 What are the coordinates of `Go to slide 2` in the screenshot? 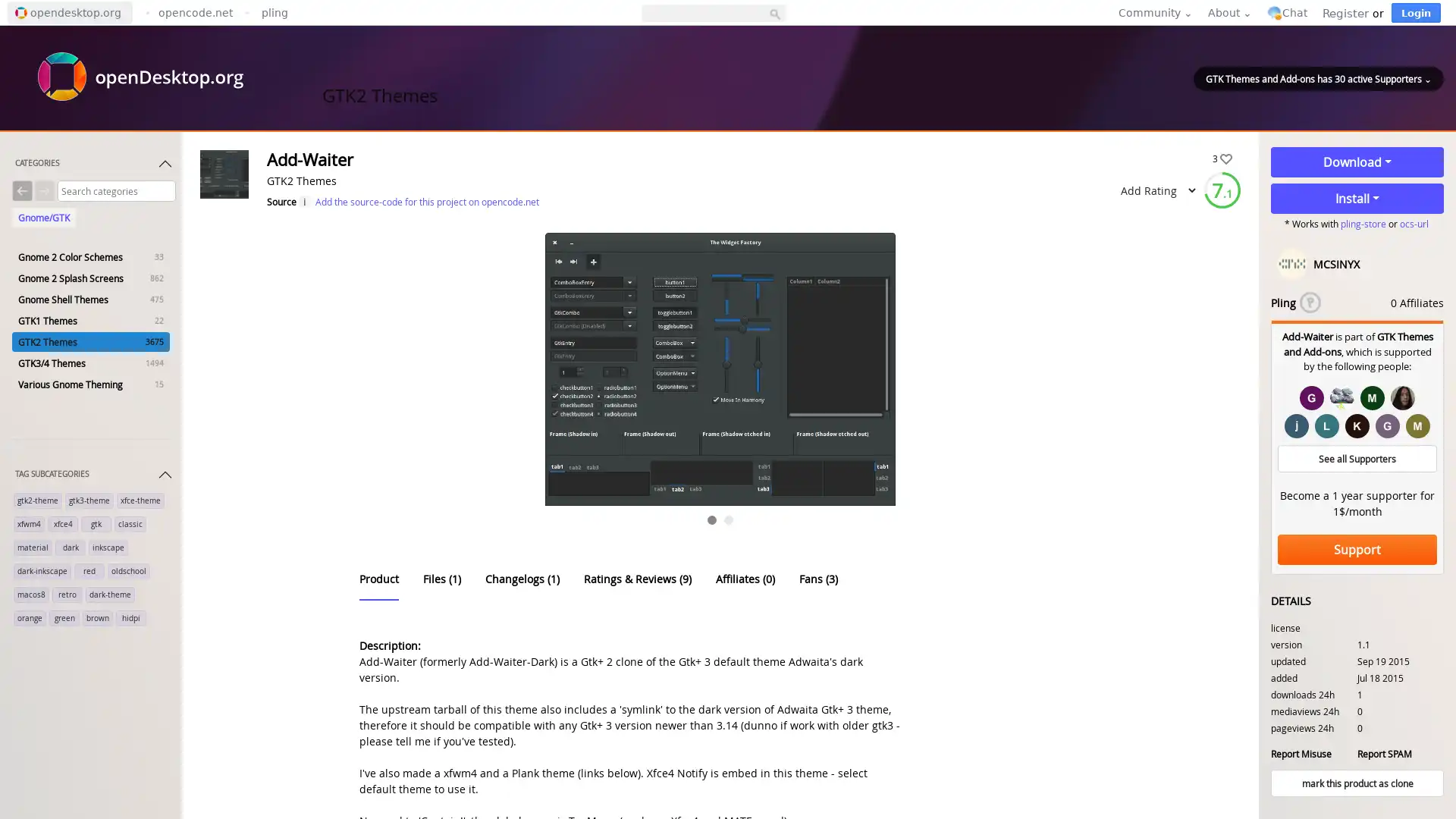 It's located at (728, 519).